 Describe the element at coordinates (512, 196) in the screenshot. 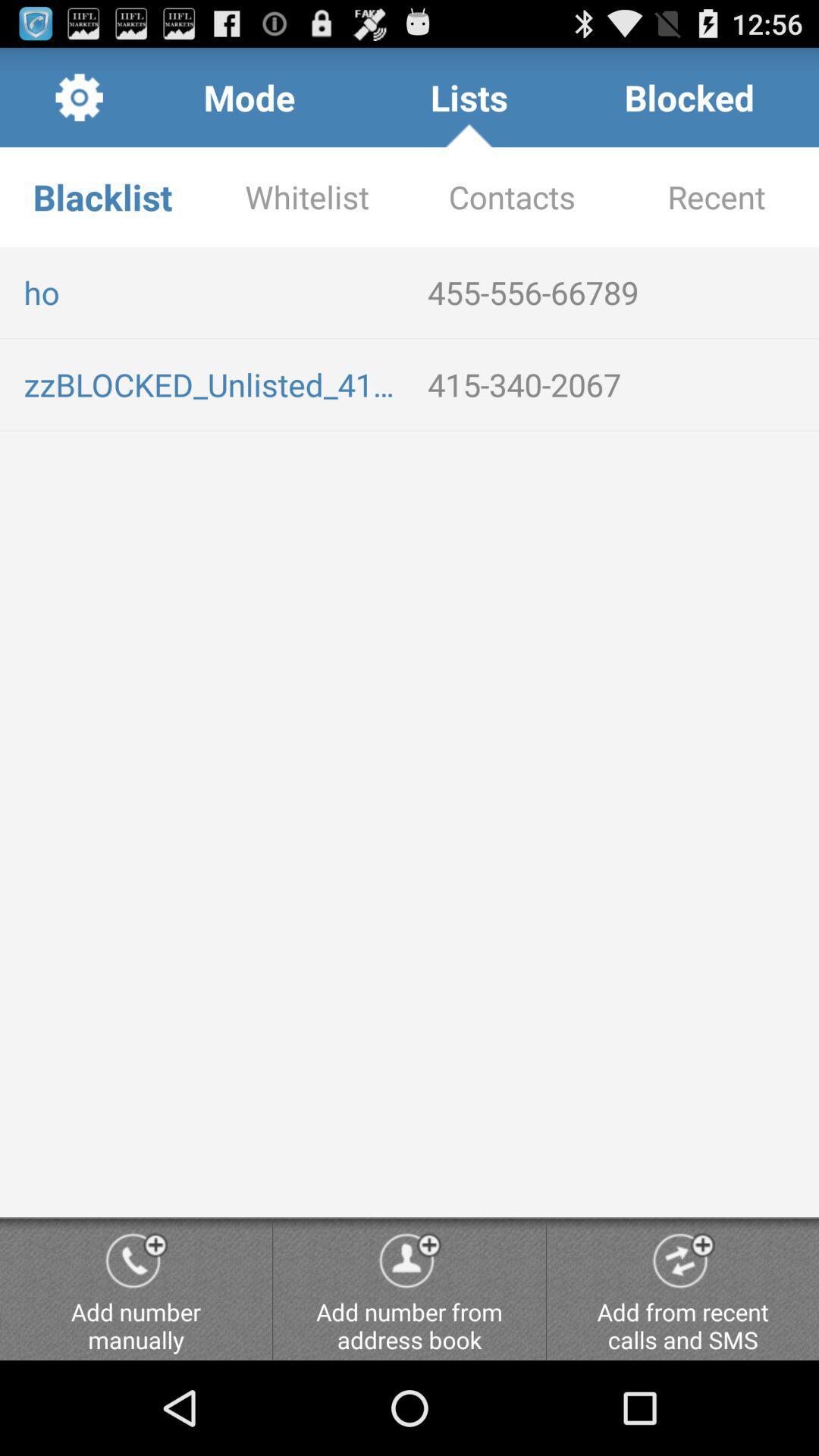

I see `the item below lists` at that location.